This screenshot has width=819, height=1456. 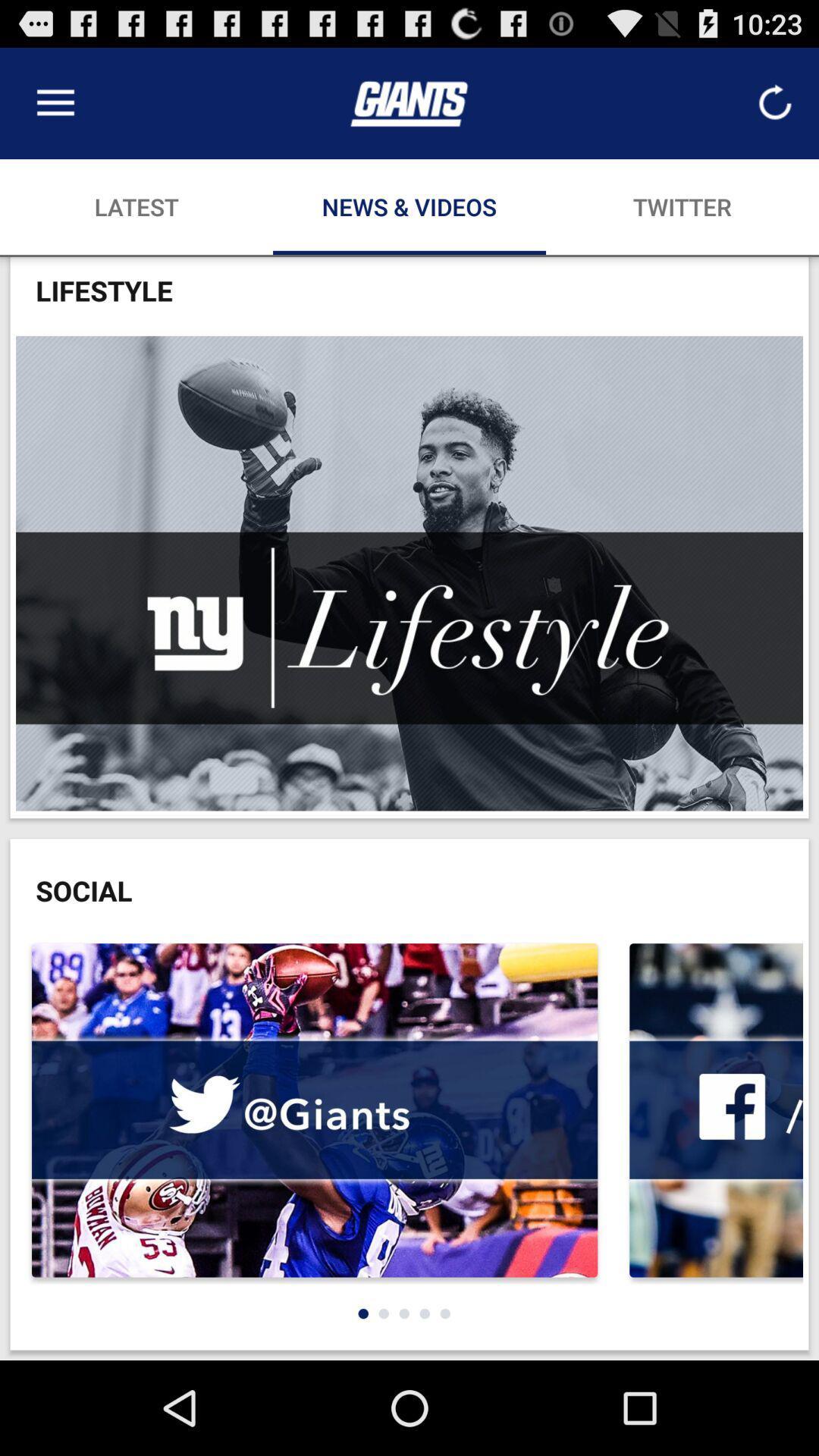 What do you see at coordinates (55, 102) in the screenshot?
I see `the item above latest` at bounding box center [55, 102].